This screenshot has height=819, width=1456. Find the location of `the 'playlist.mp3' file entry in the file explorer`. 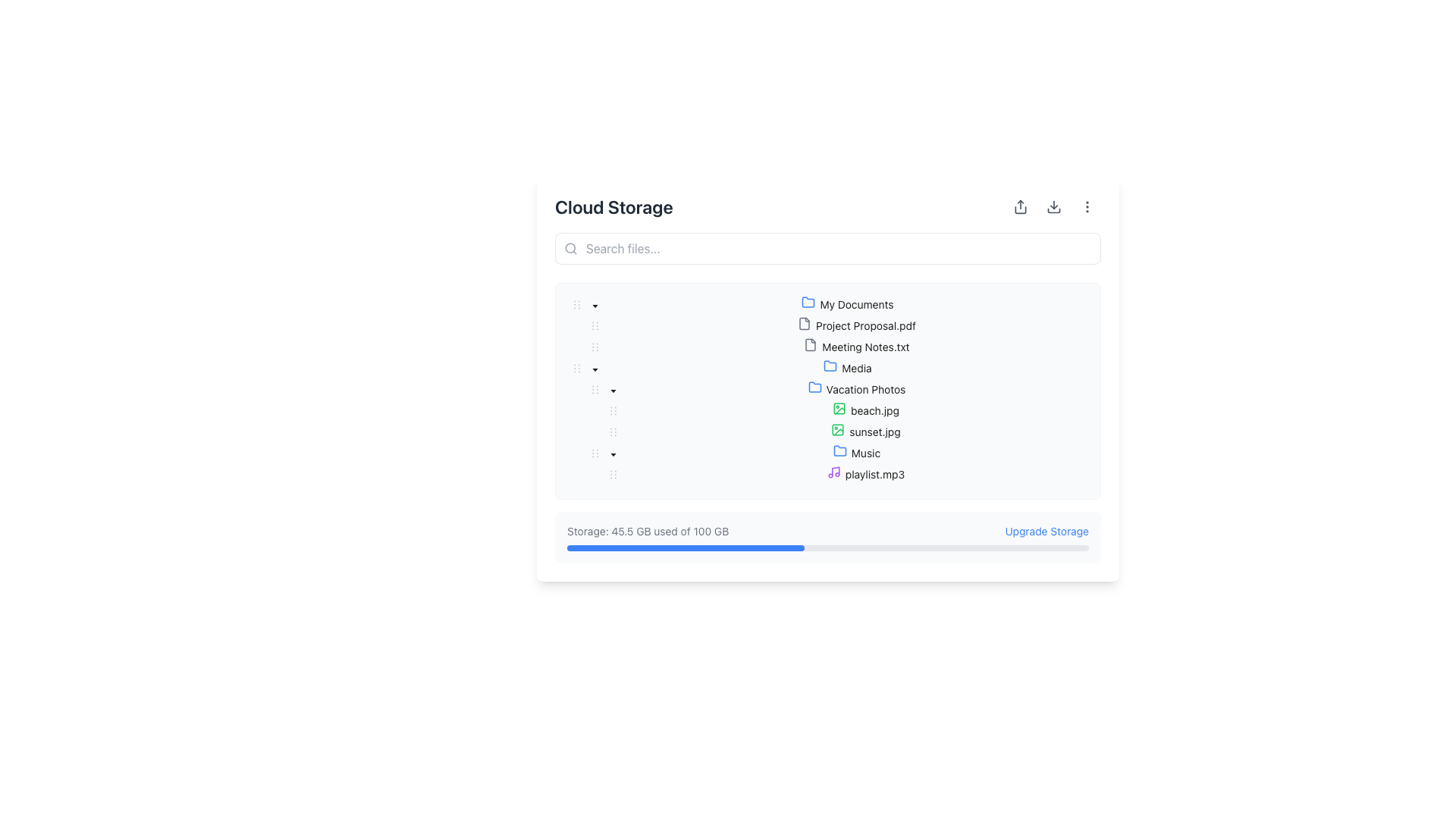

the 'playlist.mp3' file entry in the file explorer is located at coordinates (827, 473).